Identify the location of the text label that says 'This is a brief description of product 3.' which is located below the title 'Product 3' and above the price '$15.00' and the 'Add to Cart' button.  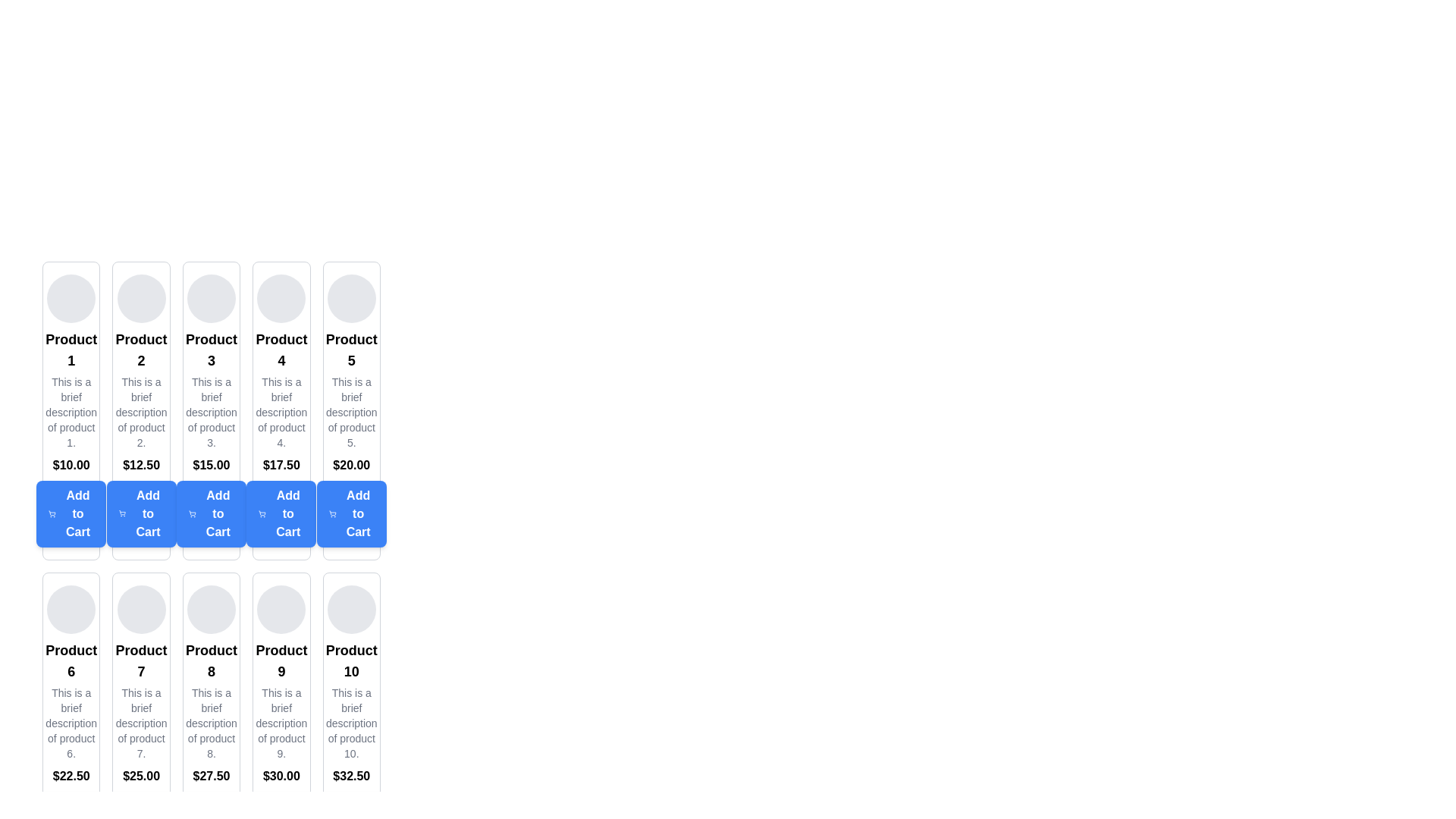
(210, 412).